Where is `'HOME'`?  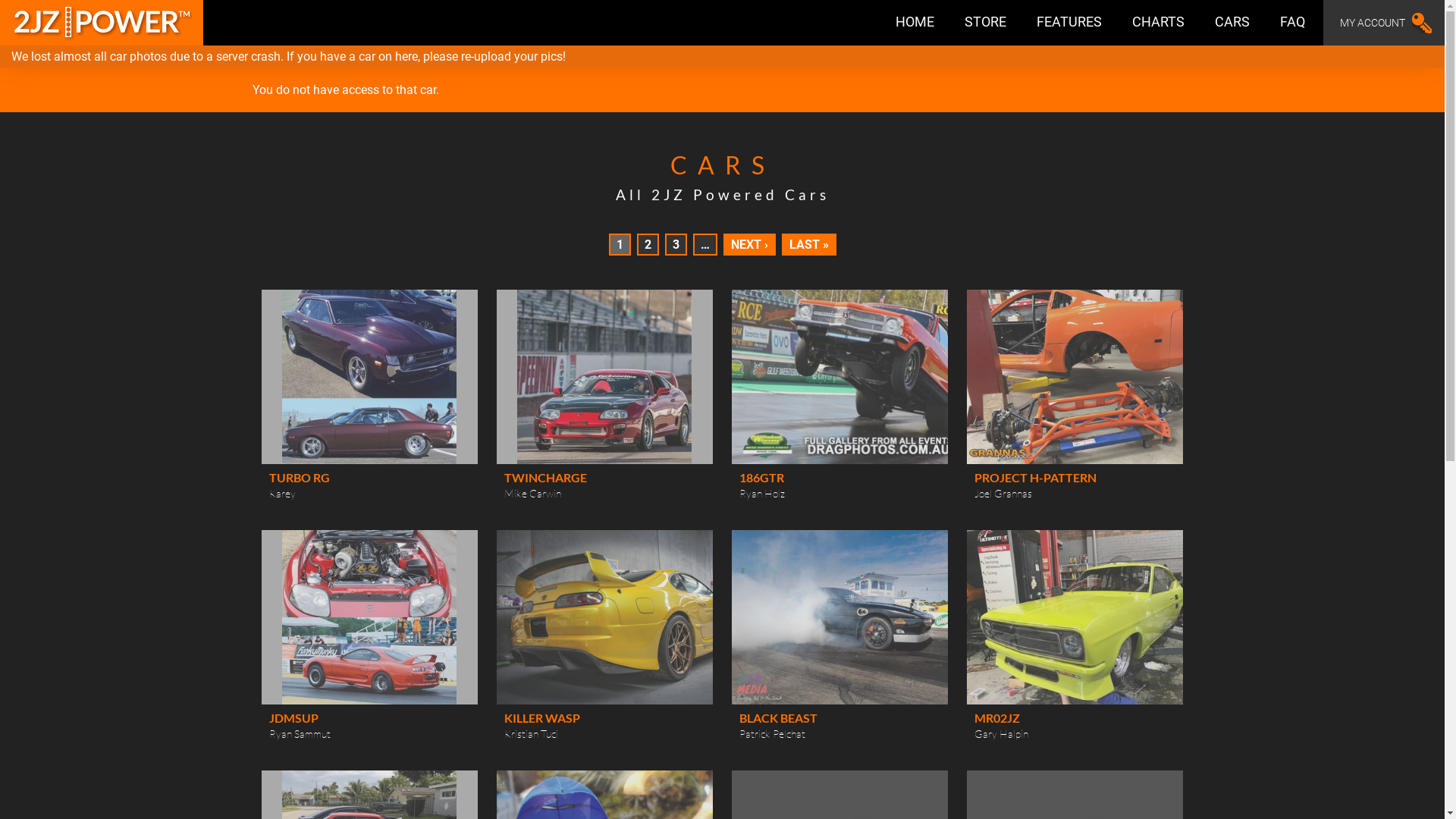
'HOME' is located at coordinates (914, 23).